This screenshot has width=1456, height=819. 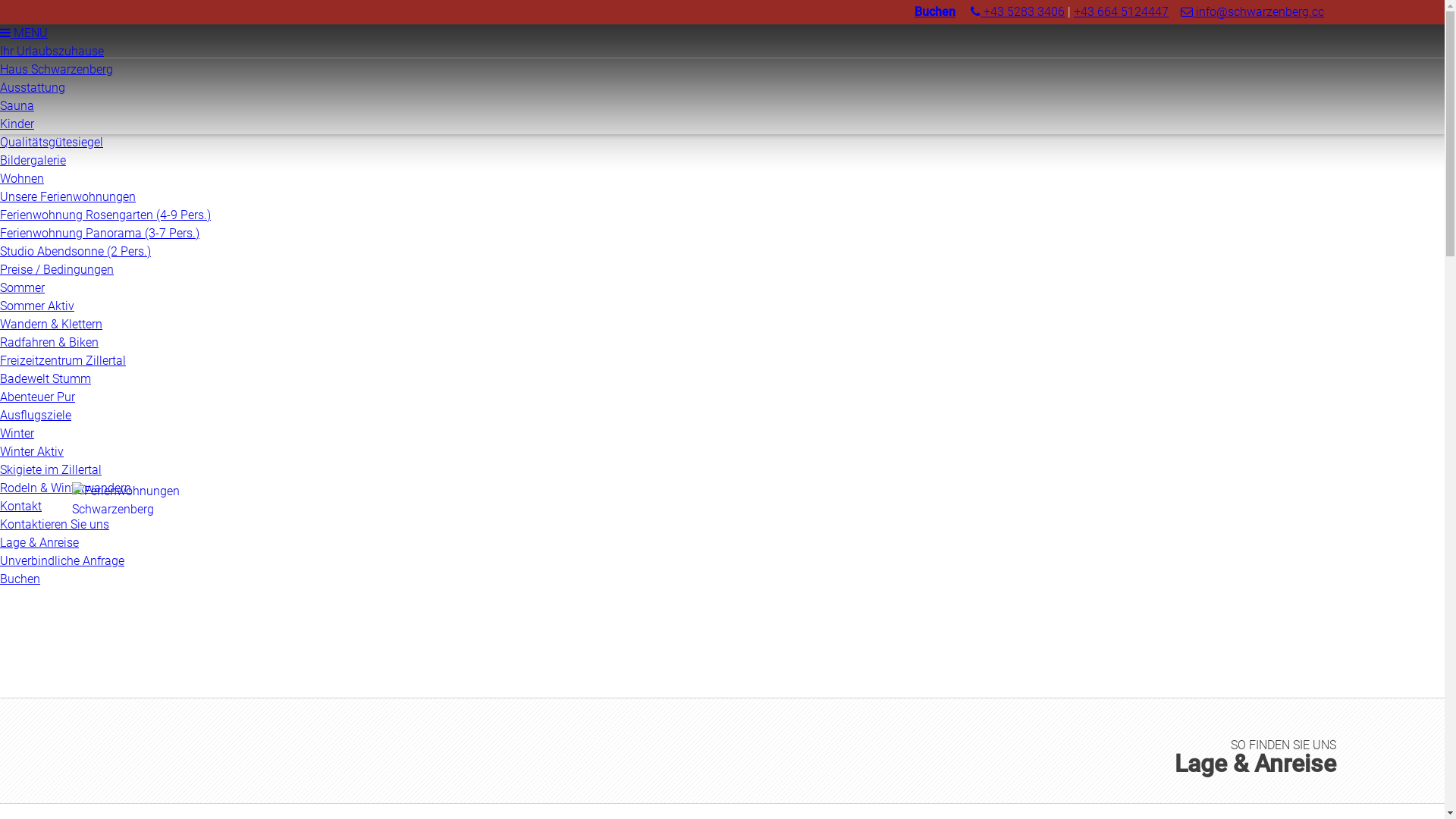 What do you see at coordinates (0, 323) in the screenshot?
I see `'Wandern & Klettern'` at bounding box center [0, 323].